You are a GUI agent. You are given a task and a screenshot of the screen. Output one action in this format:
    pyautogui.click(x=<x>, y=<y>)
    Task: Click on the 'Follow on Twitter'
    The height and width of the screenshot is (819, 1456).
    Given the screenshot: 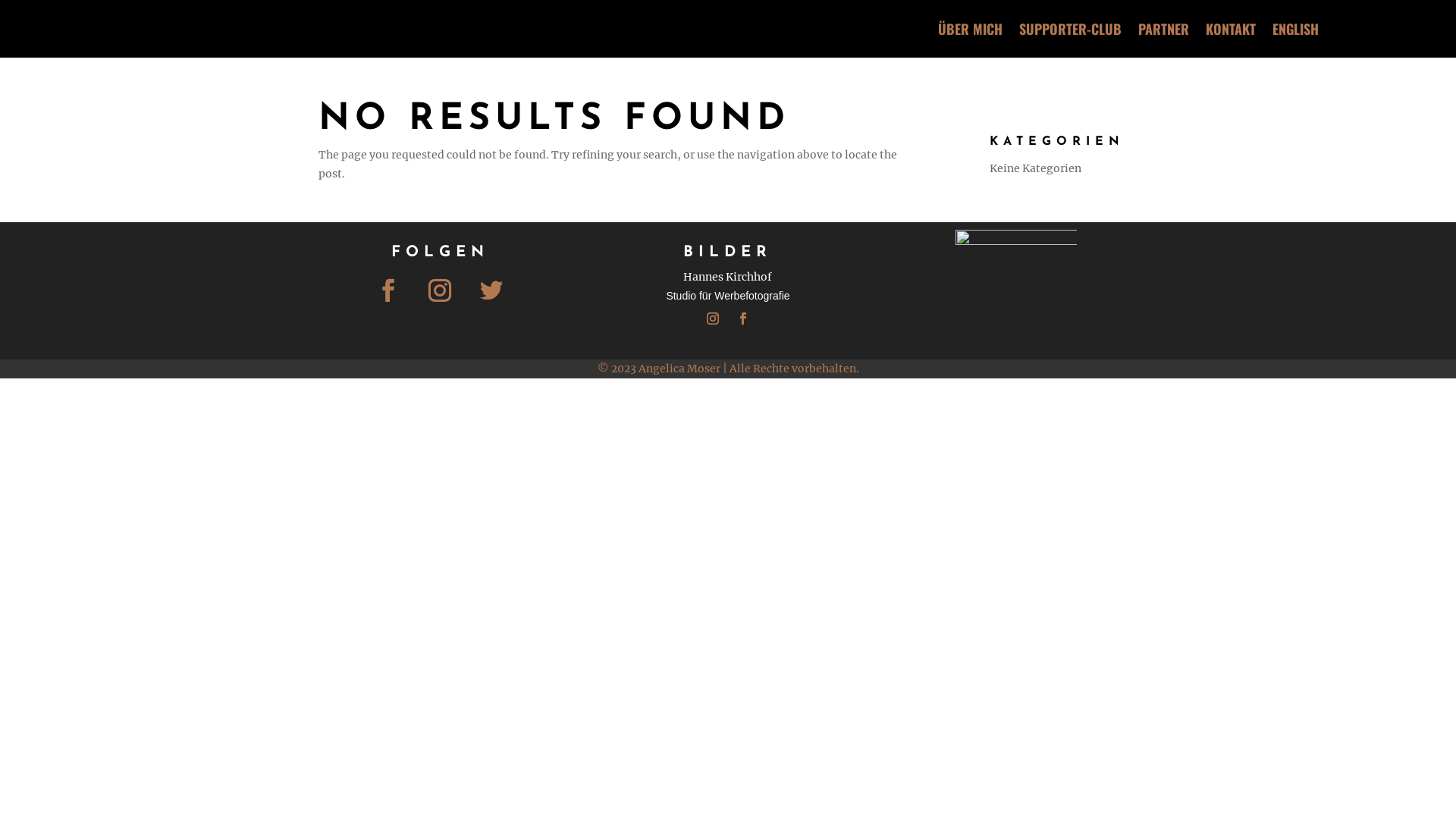 What is the action you would take?
    pyautogui.click(x=491, y=290)
    